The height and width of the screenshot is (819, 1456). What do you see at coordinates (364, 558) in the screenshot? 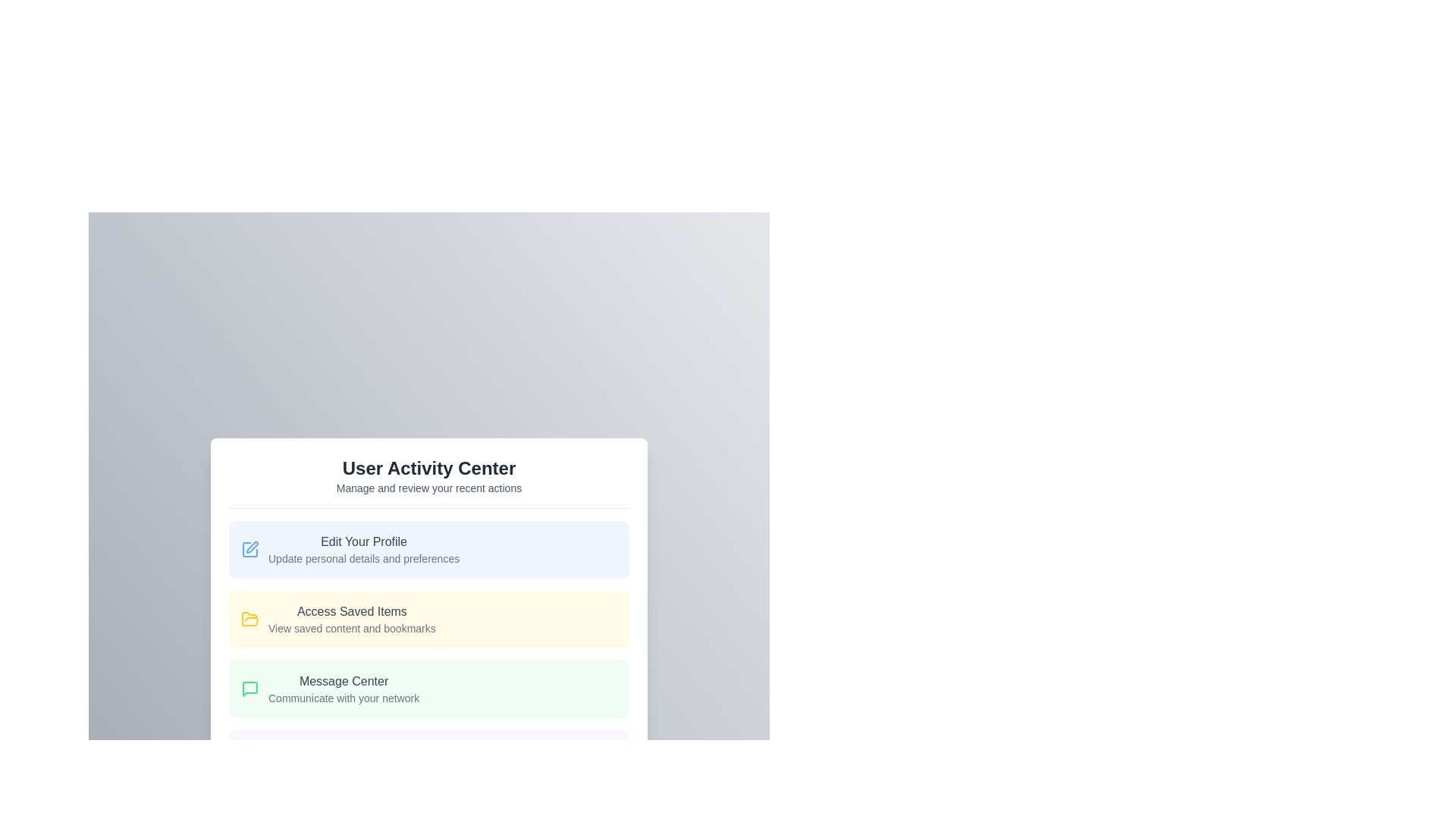
I see `descriptive text 'Update personal details and preferences' located under the heading 'Edit Your Profile' in the User Activity Center section` at bounding box center [364, 558].